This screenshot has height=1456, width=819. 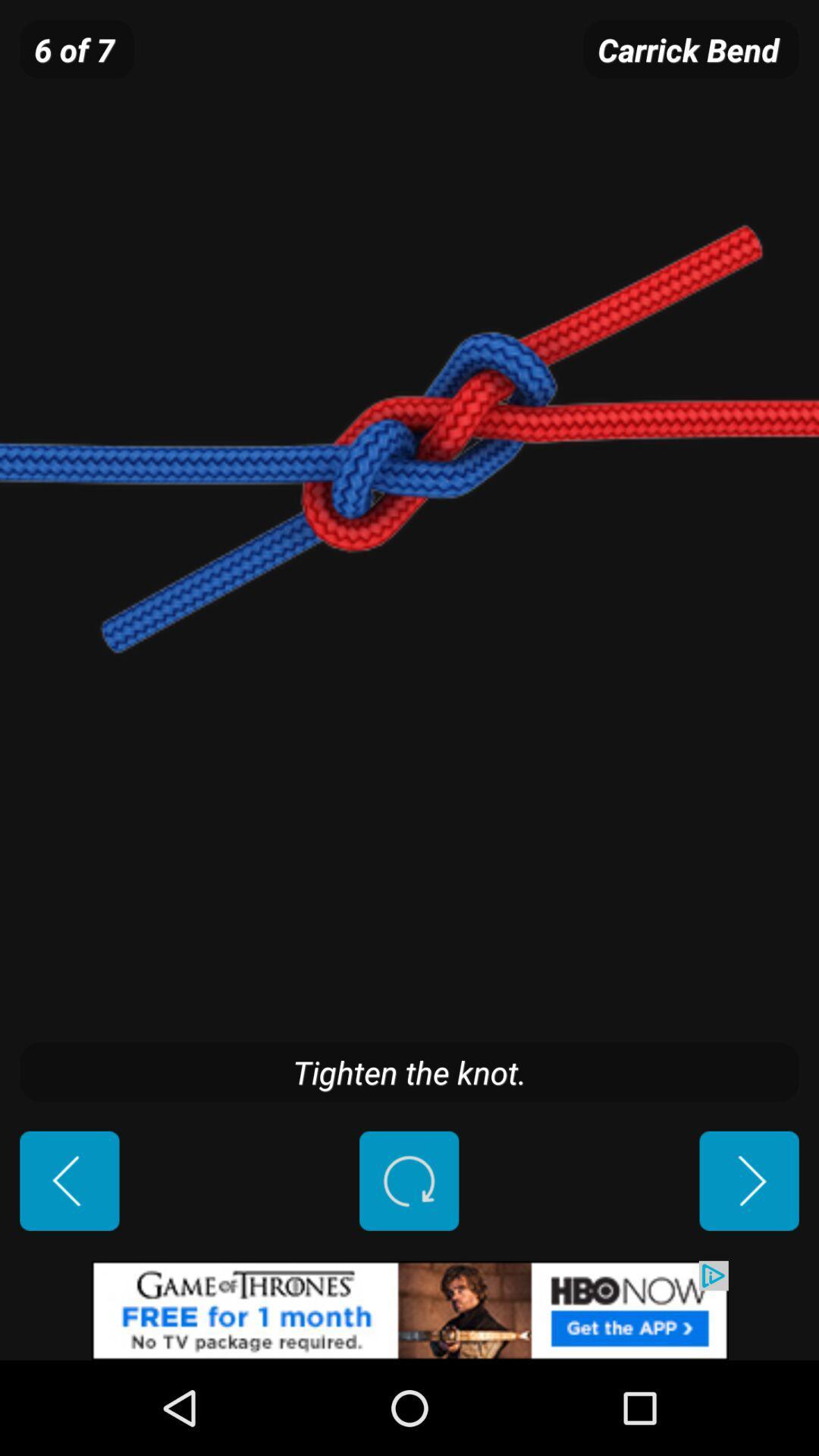 I want to click on advertisement page, so click(x=409, y=1310).